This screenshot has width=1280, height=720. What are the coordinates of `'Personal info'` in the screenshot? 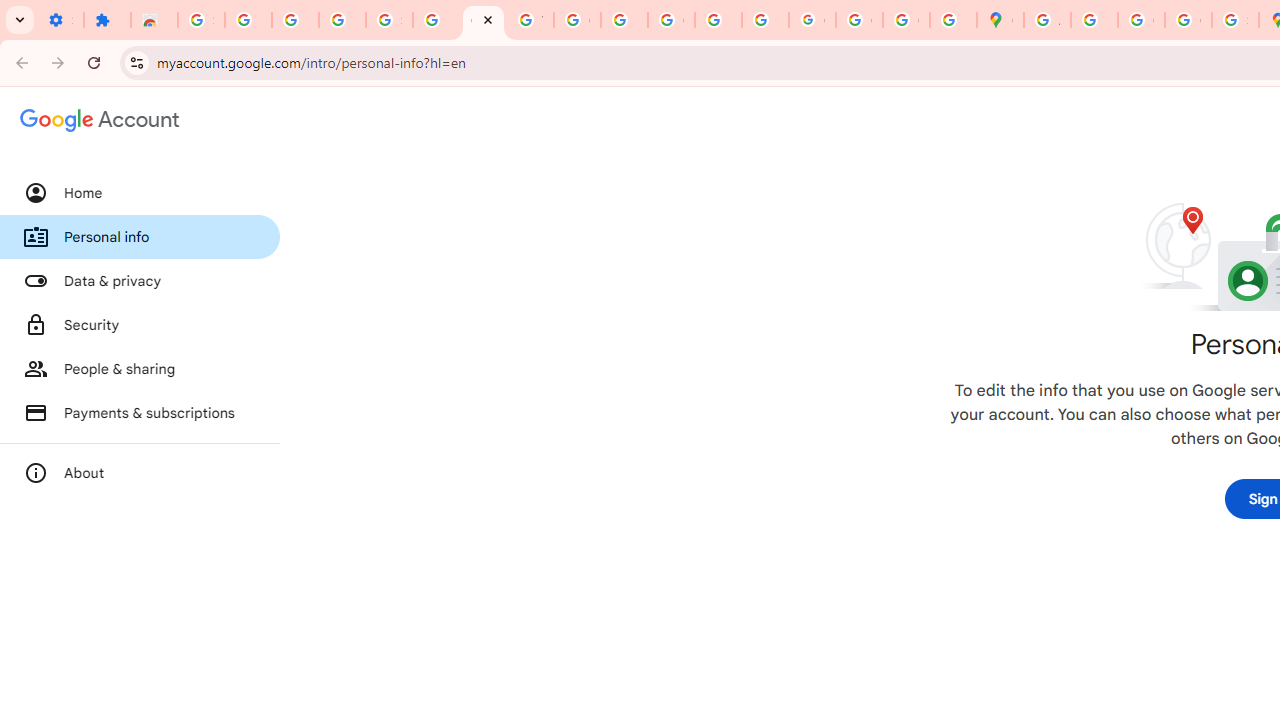 It's located at (139, 236).